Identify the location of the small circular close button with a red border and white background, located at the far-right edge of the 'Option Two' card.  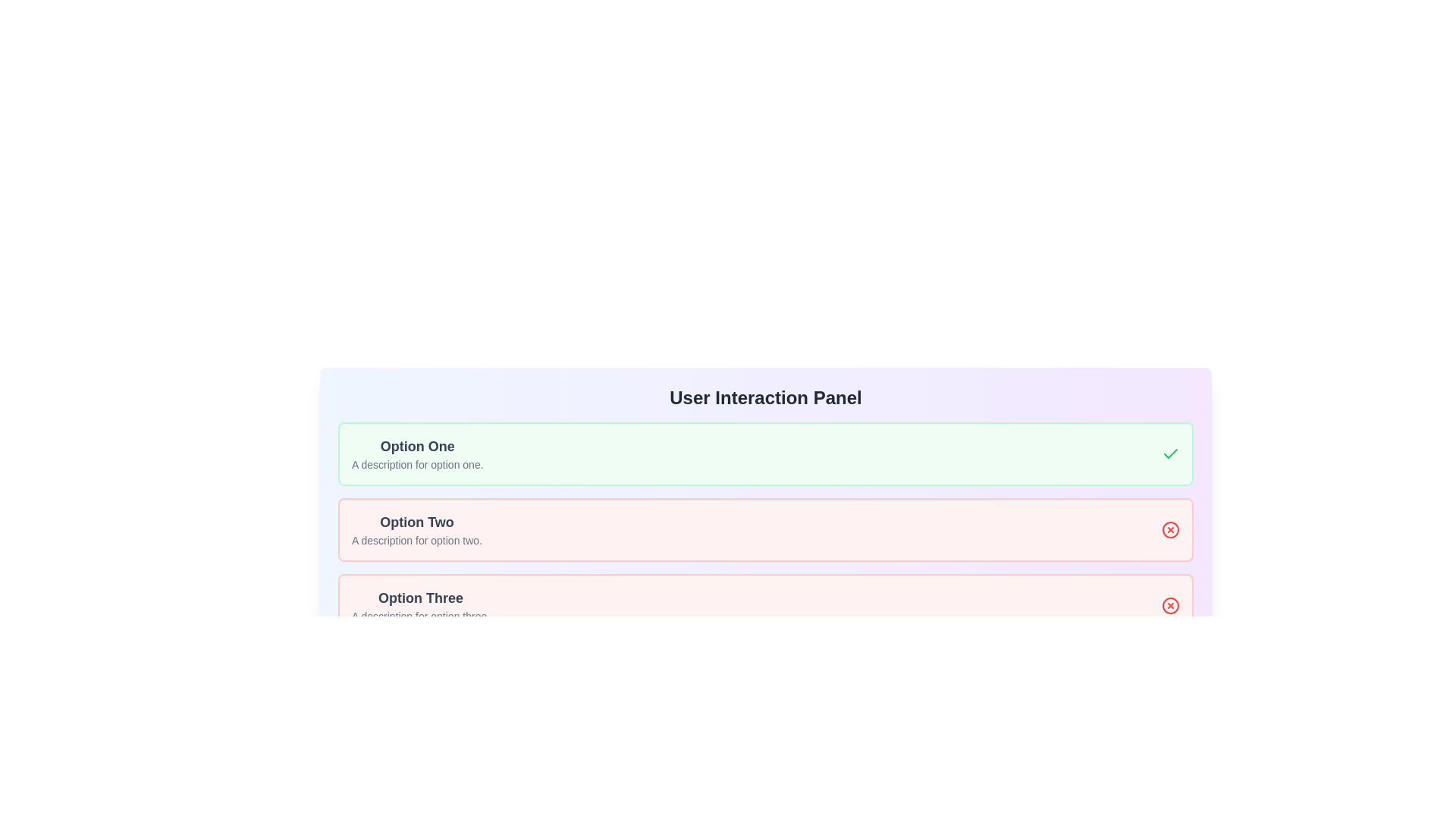
(1170, 529).